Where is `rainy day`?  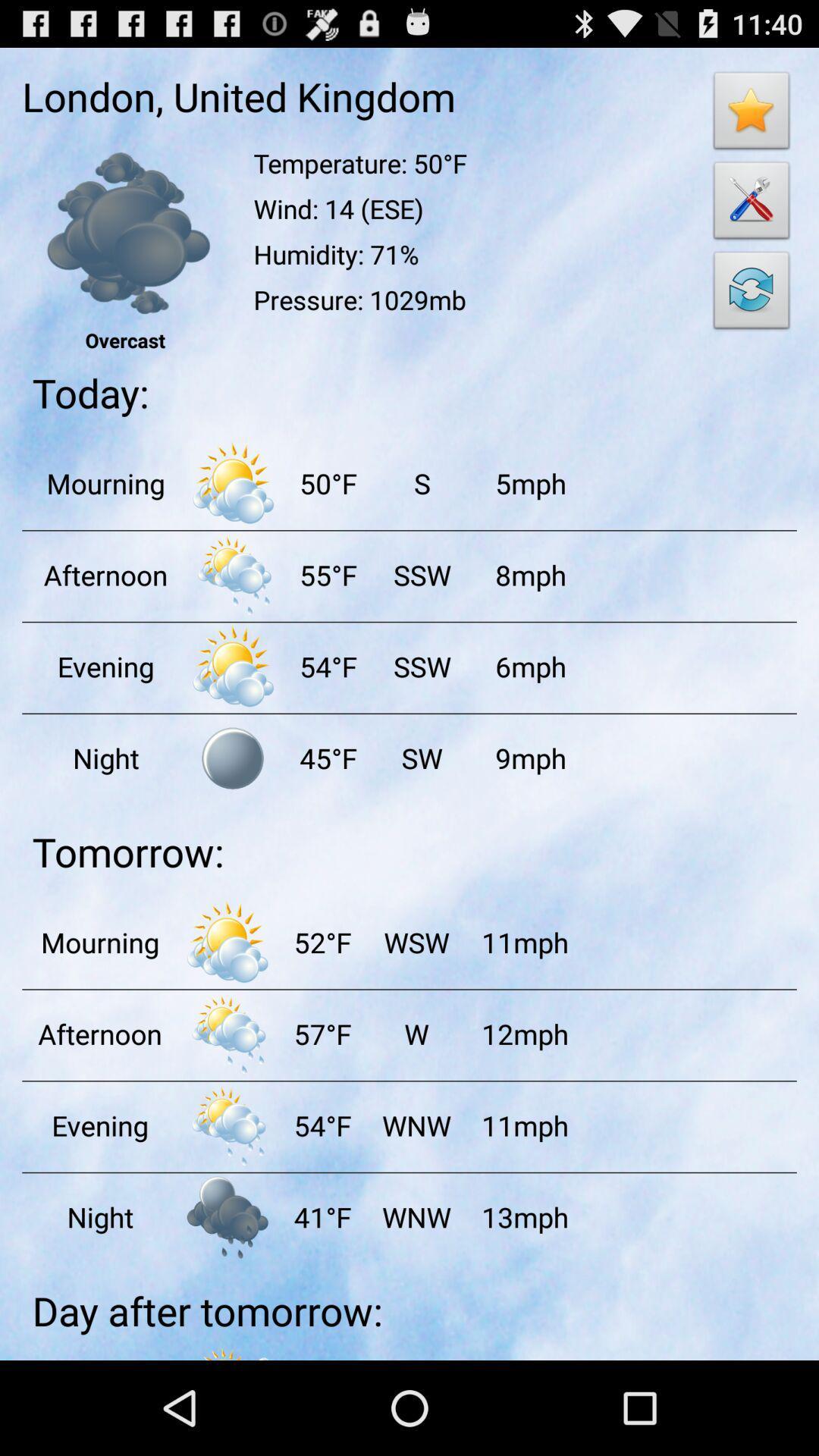 rainy day is located at coordinates (227, 1033).